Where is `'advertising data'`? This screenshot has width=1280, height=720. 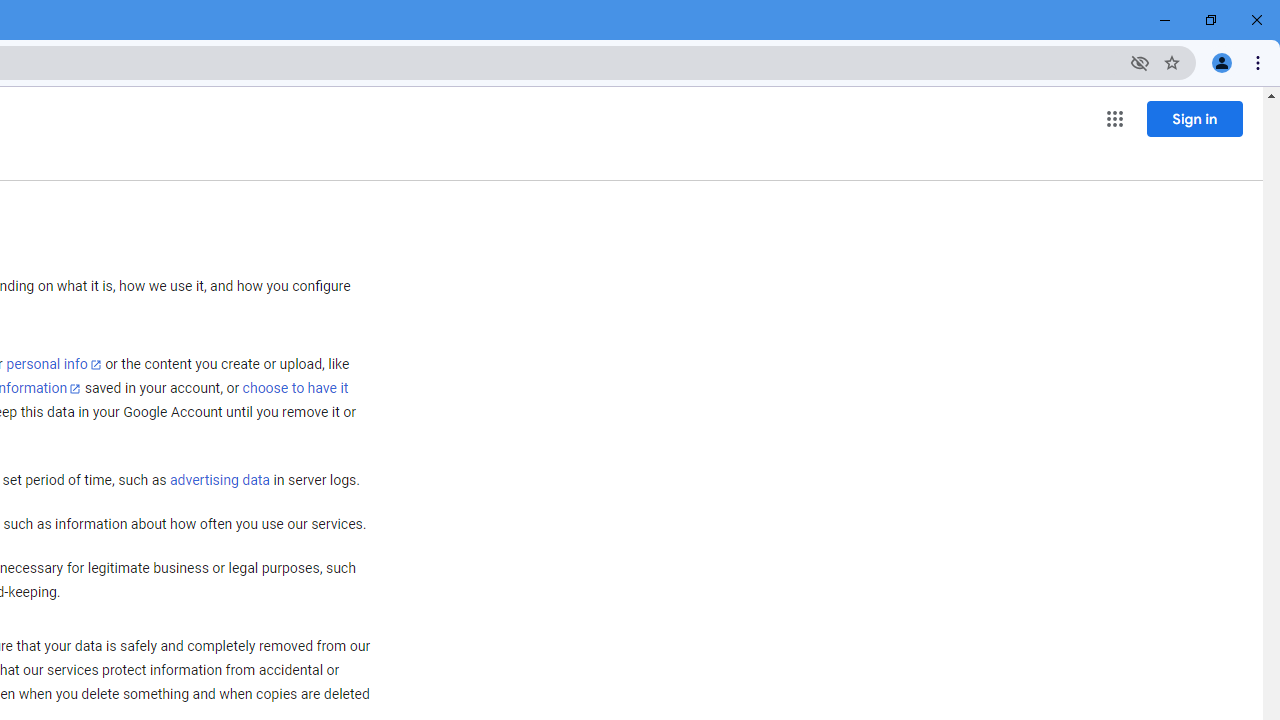
'advertising data' is located at coordinates (219, 481).